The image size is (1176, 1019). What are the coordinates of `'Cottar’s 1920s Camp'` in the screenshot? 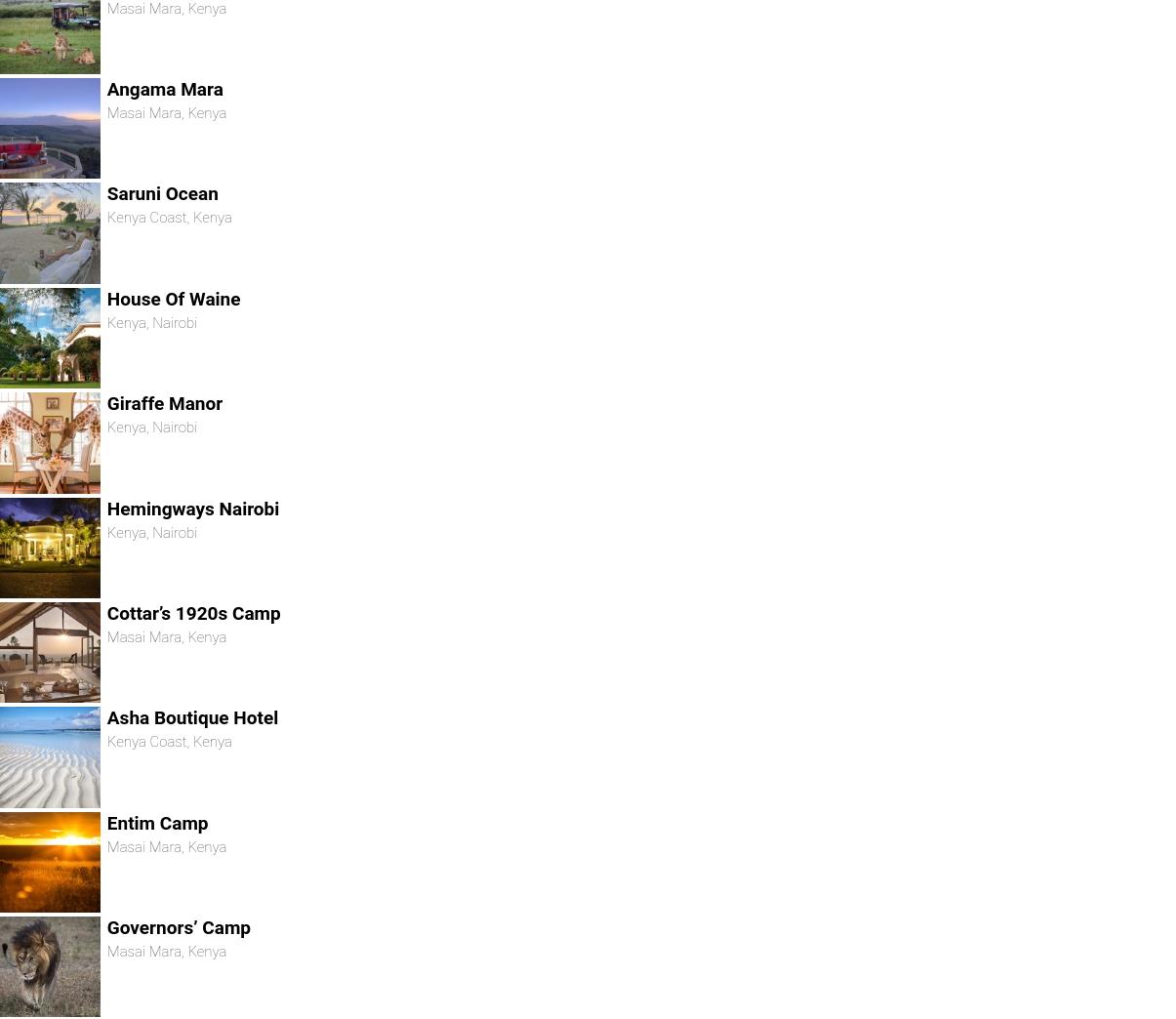 It's located at (191, 612).